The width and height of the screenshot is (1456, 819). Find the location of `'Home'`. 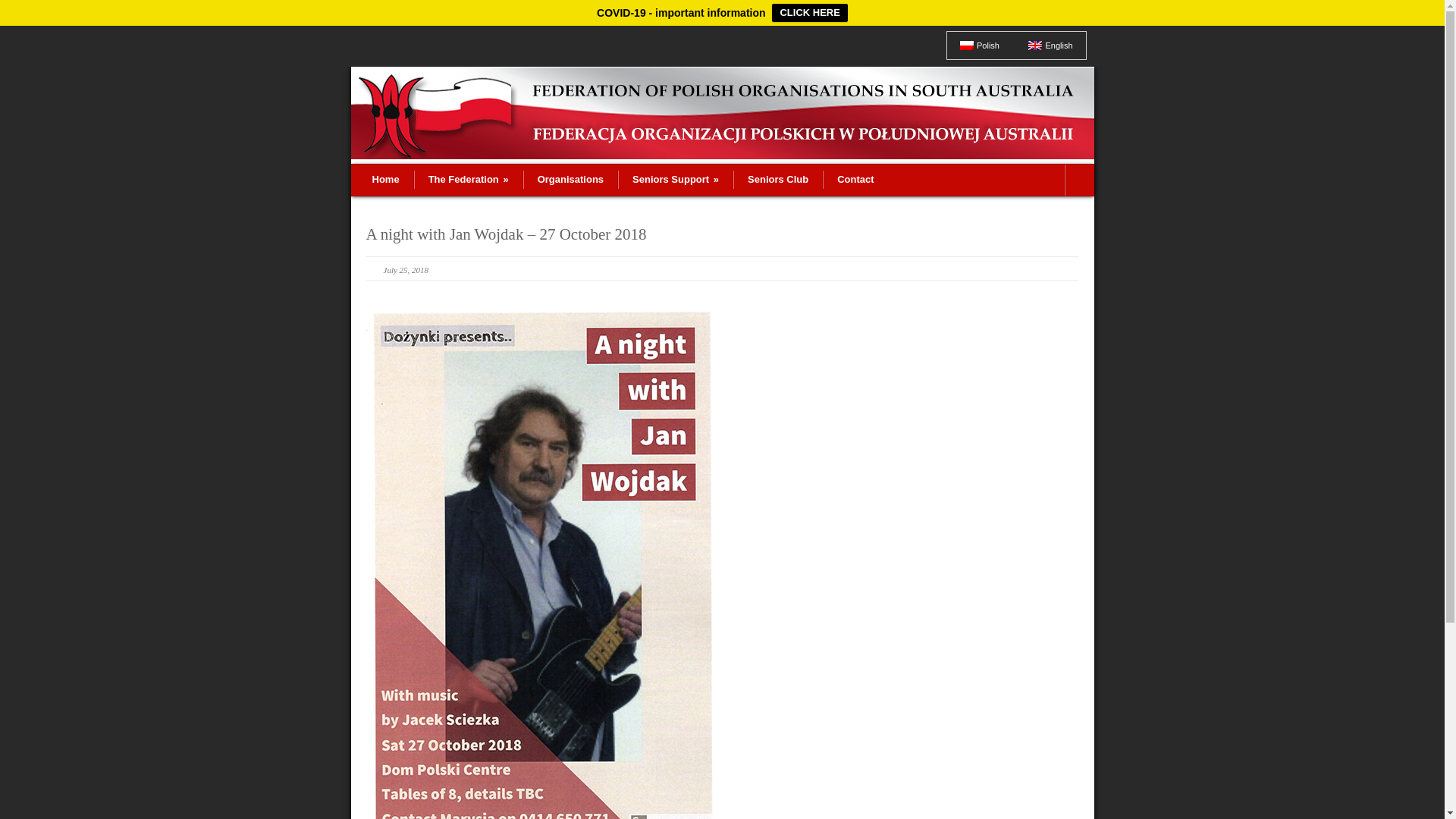

'Home' is located at coordinates (385, 178).